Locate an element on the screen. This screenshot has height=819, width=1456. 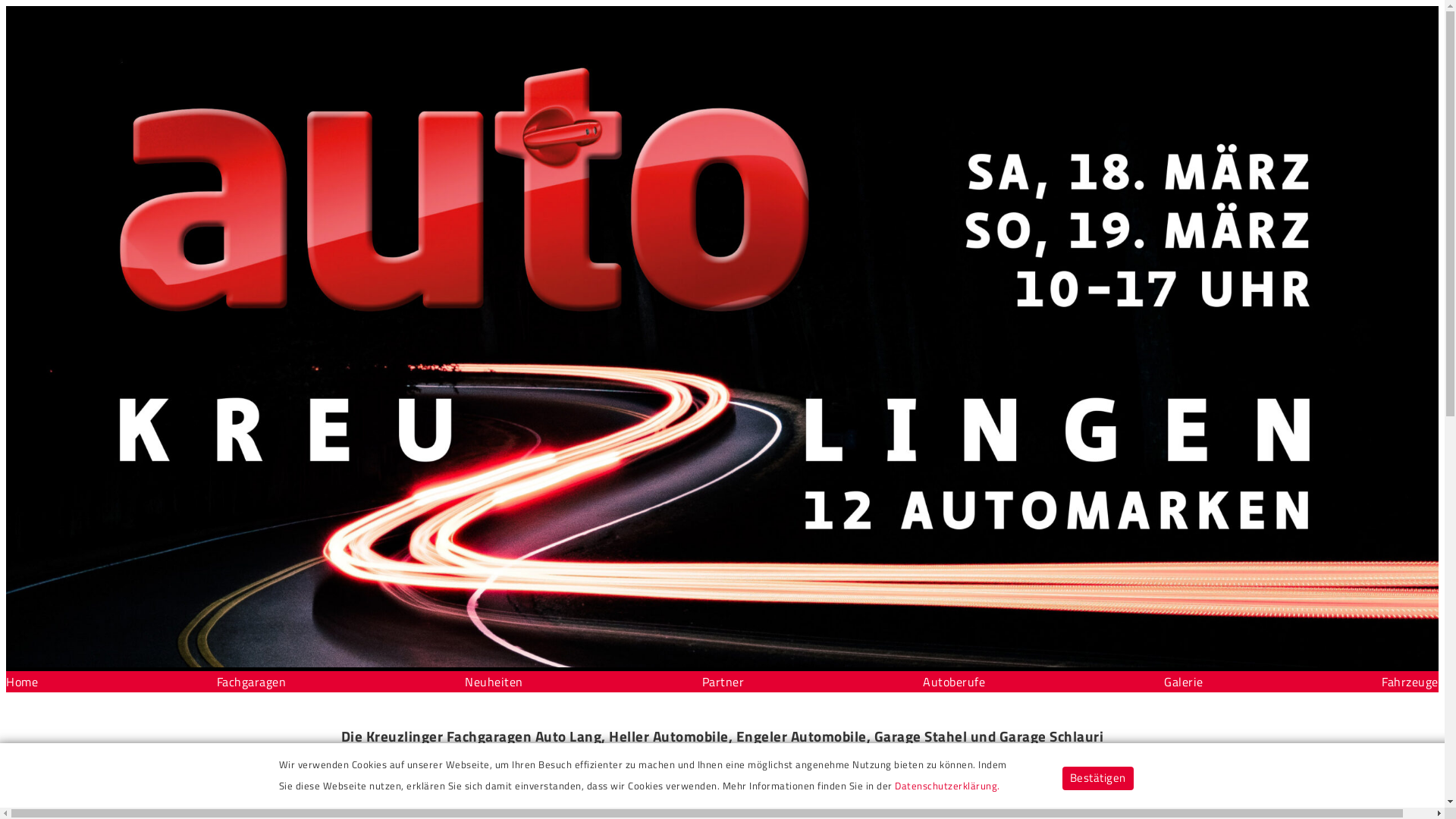
'Galerie' is located at coordinates (1182, 680).